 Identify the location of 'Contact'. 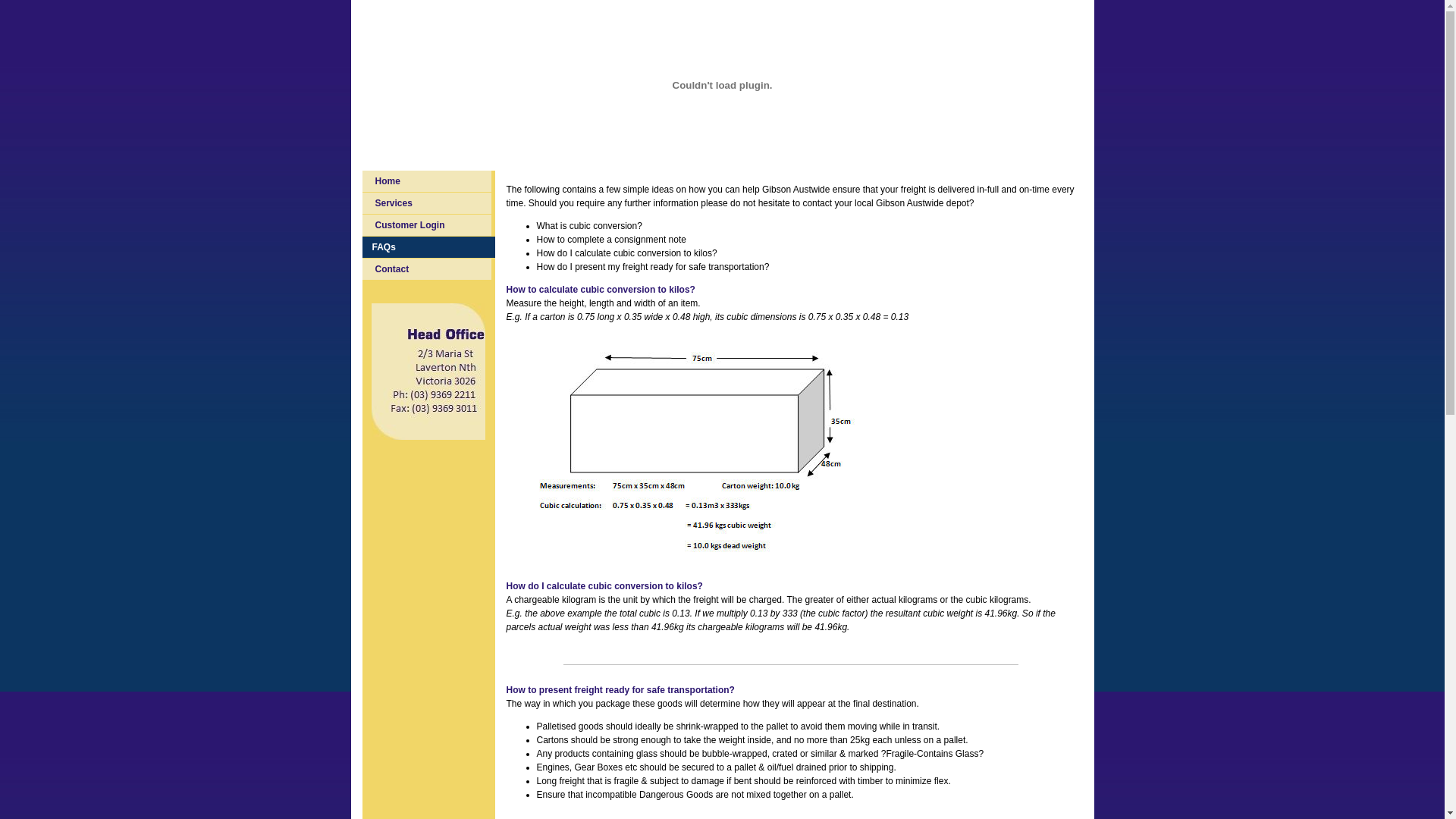
(362, 268).